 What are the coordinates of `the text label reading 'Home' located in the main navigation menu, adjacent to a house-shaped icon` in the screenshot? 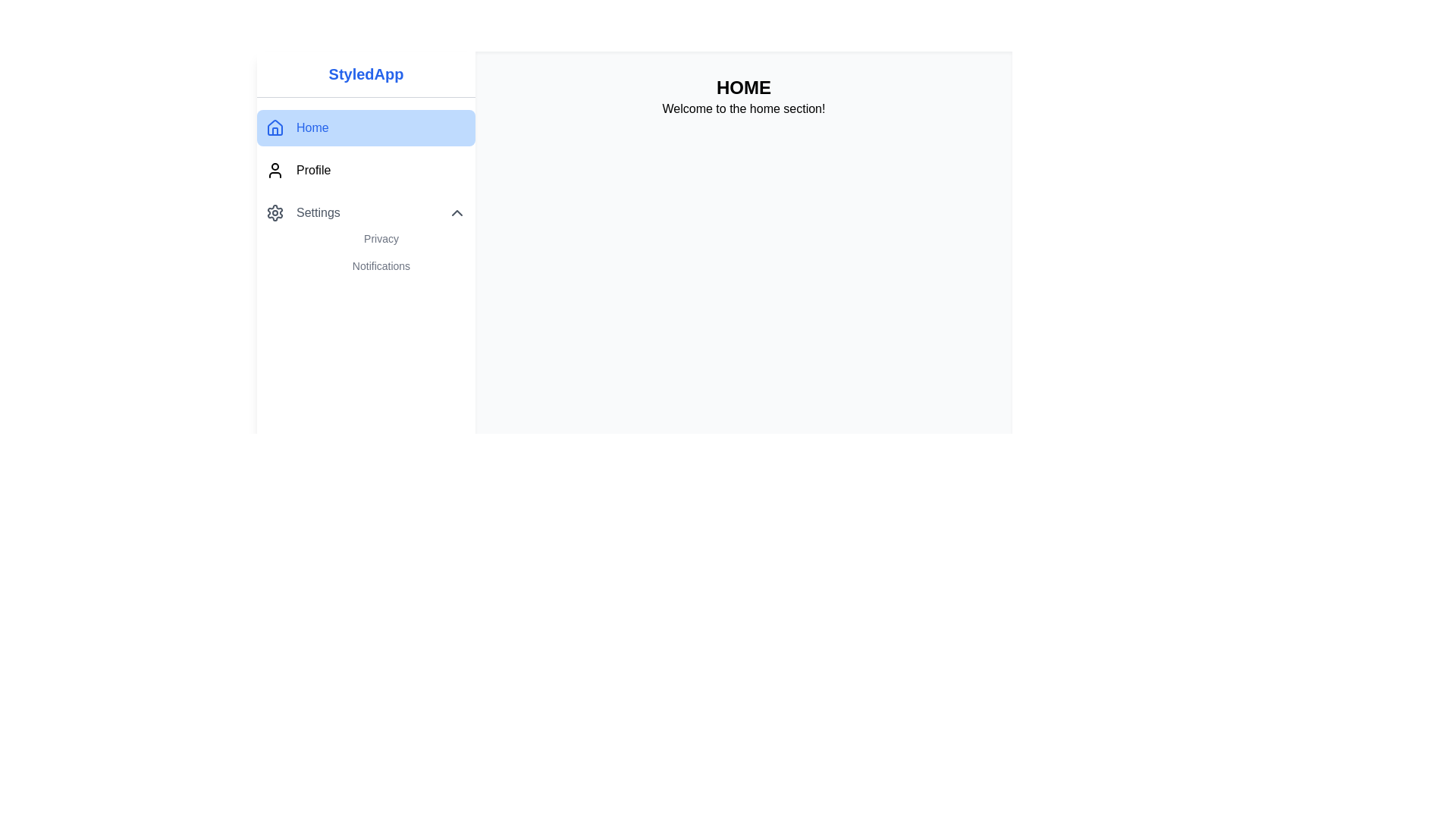 It's located at (312, 127).